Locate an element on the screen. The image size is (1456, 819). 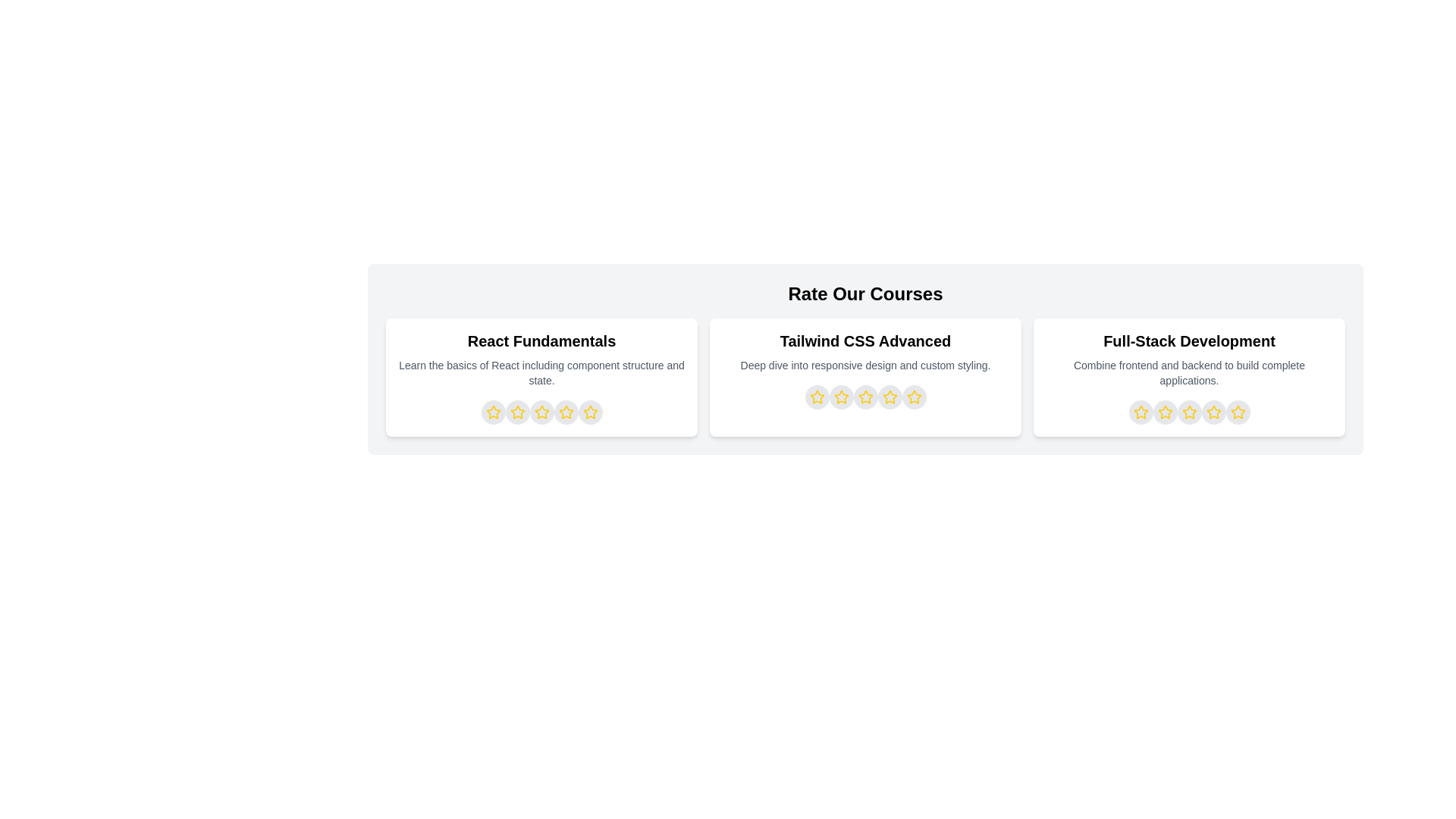
the star representing 4 stars for the course titled Tailwind CSS Advanced is located at coordinates (890, 397).